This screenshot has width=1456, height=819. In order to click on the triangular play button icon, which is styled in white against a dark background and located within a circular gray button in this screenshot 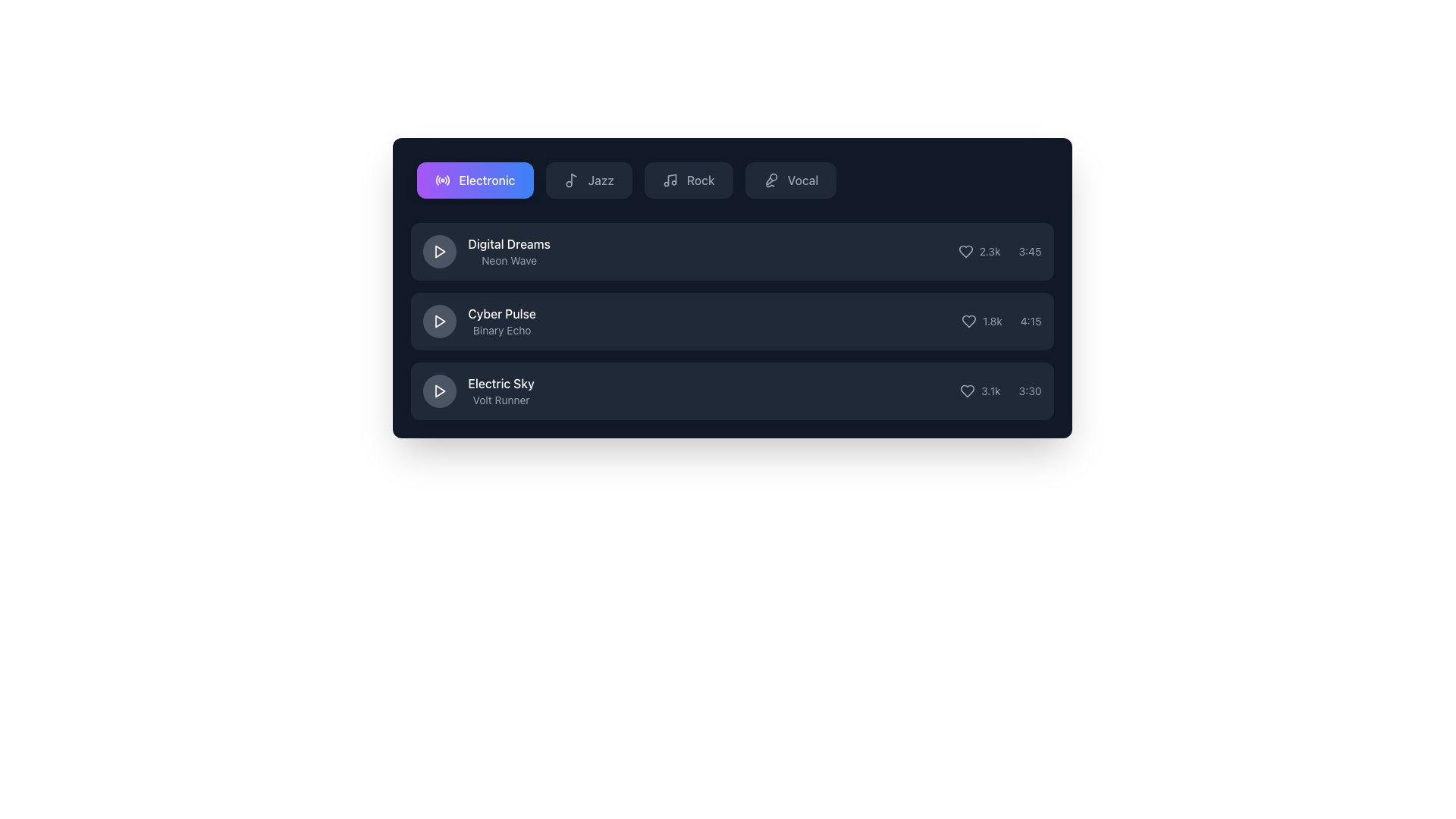, I will do `click(438, 321)`.